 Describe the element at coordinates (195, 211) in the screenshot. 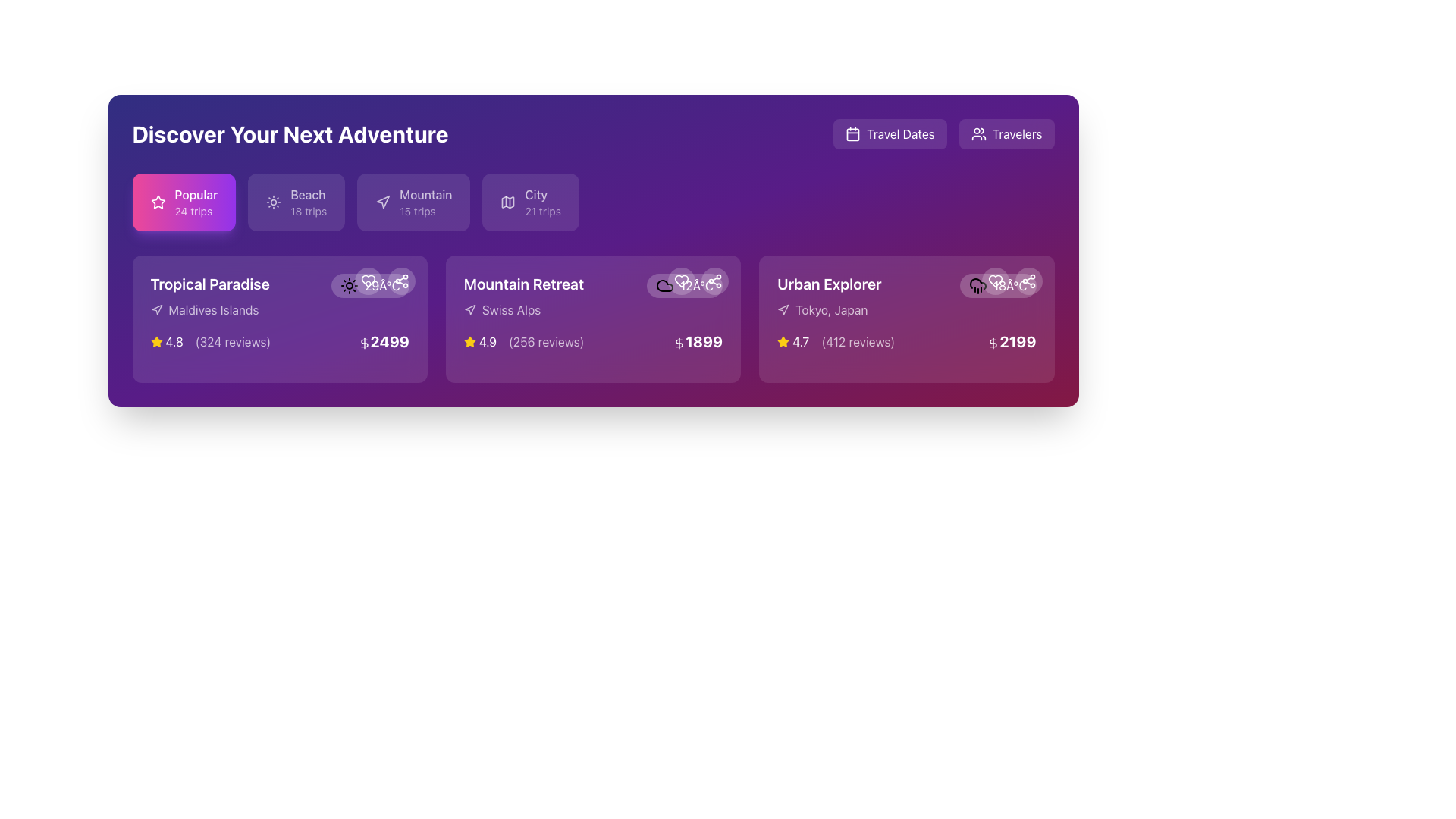

I see `the text label displaying '24 trips' located directly under the word 'Popular' within a pink button-like area` at that location.